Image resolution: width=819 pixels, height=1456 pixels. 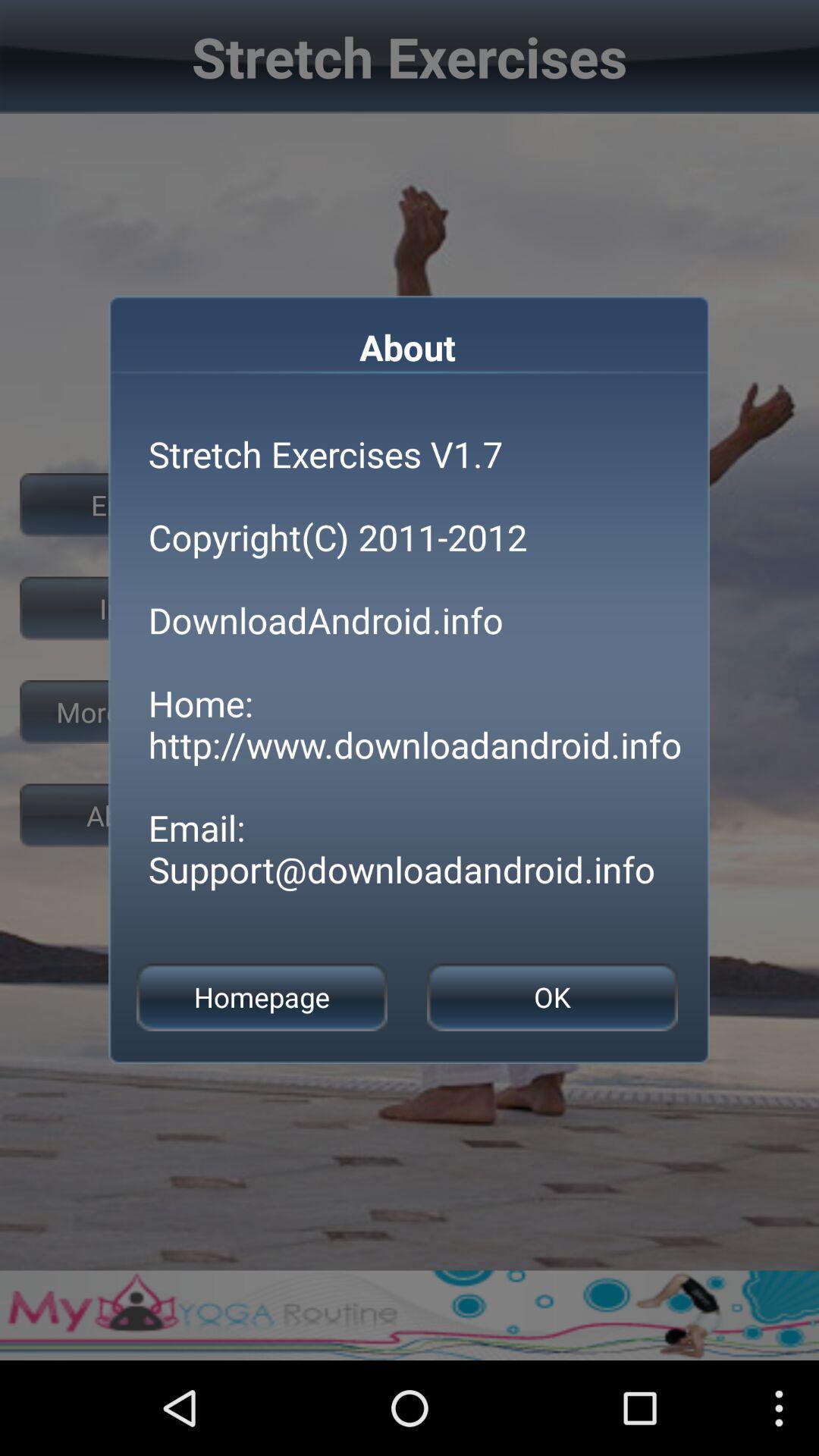 What do you see at coordinates (261, 997) in the screenshot?
I see `the icon to the left of ok button` at bounding box center [261, 997].